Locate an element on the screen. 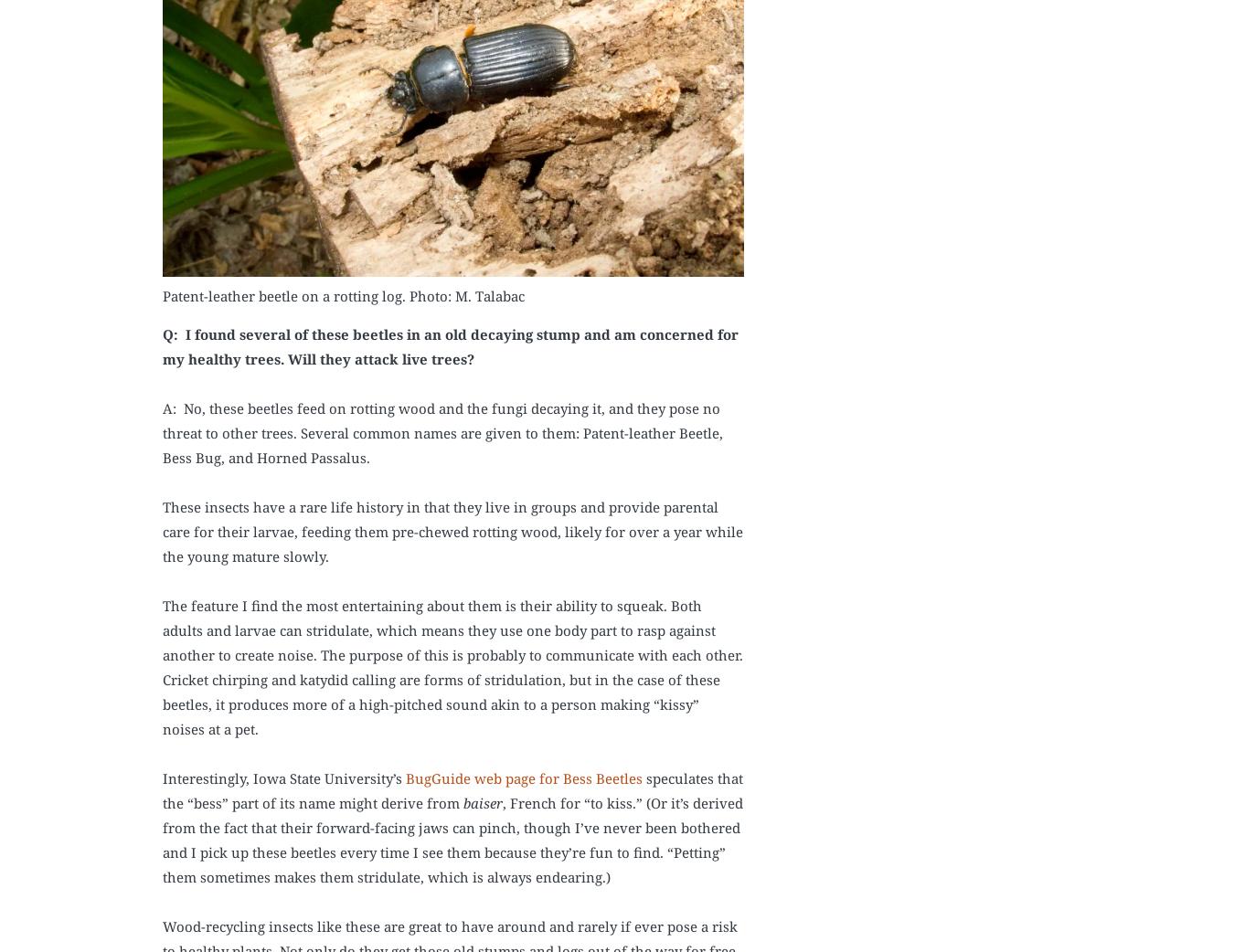 The image size is (1234, 952). 'baiser' is located at coordinates (482, 800).